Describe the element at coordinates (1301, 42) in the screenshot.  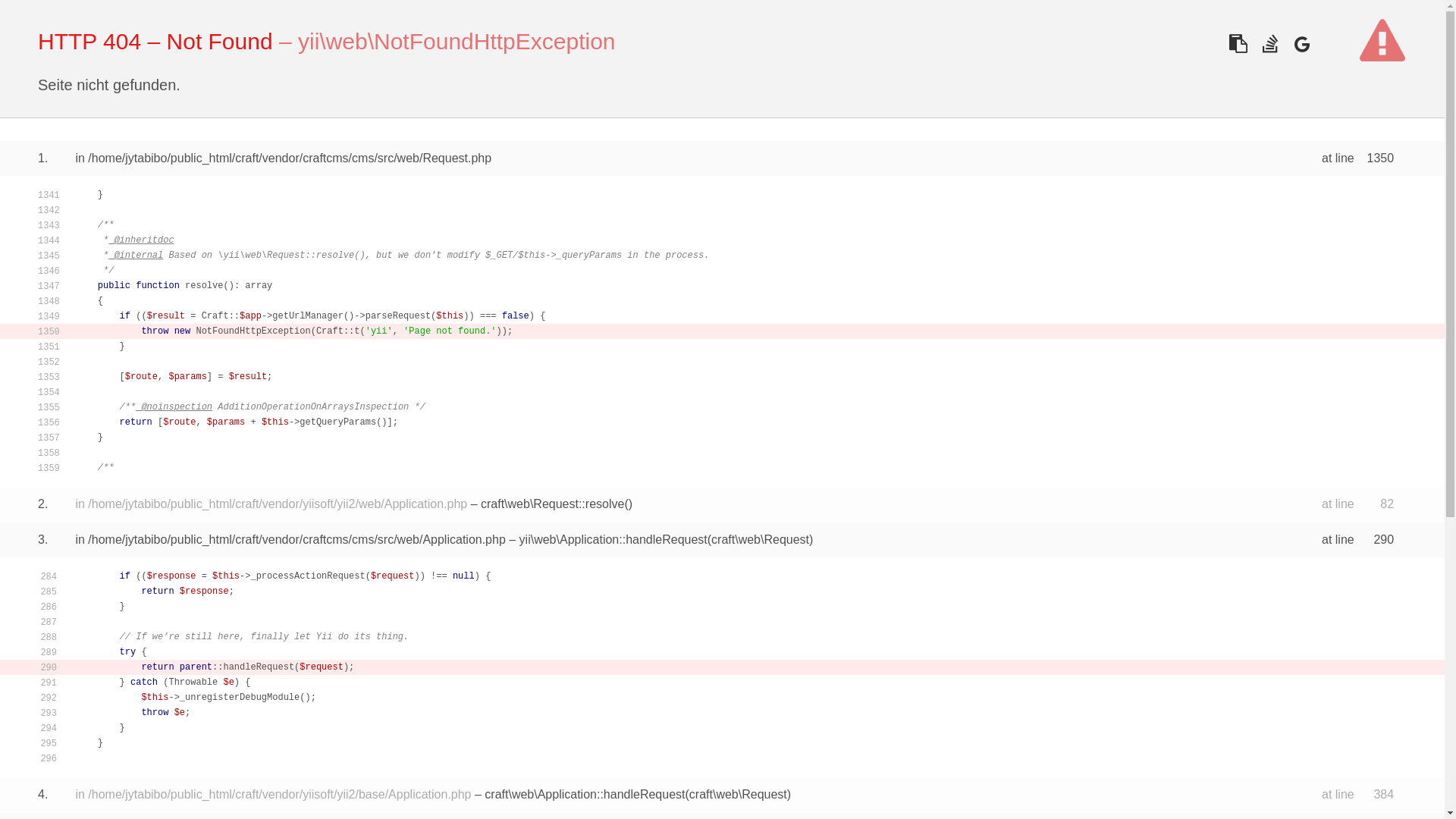
I see `'Search error on Google'` at that location.